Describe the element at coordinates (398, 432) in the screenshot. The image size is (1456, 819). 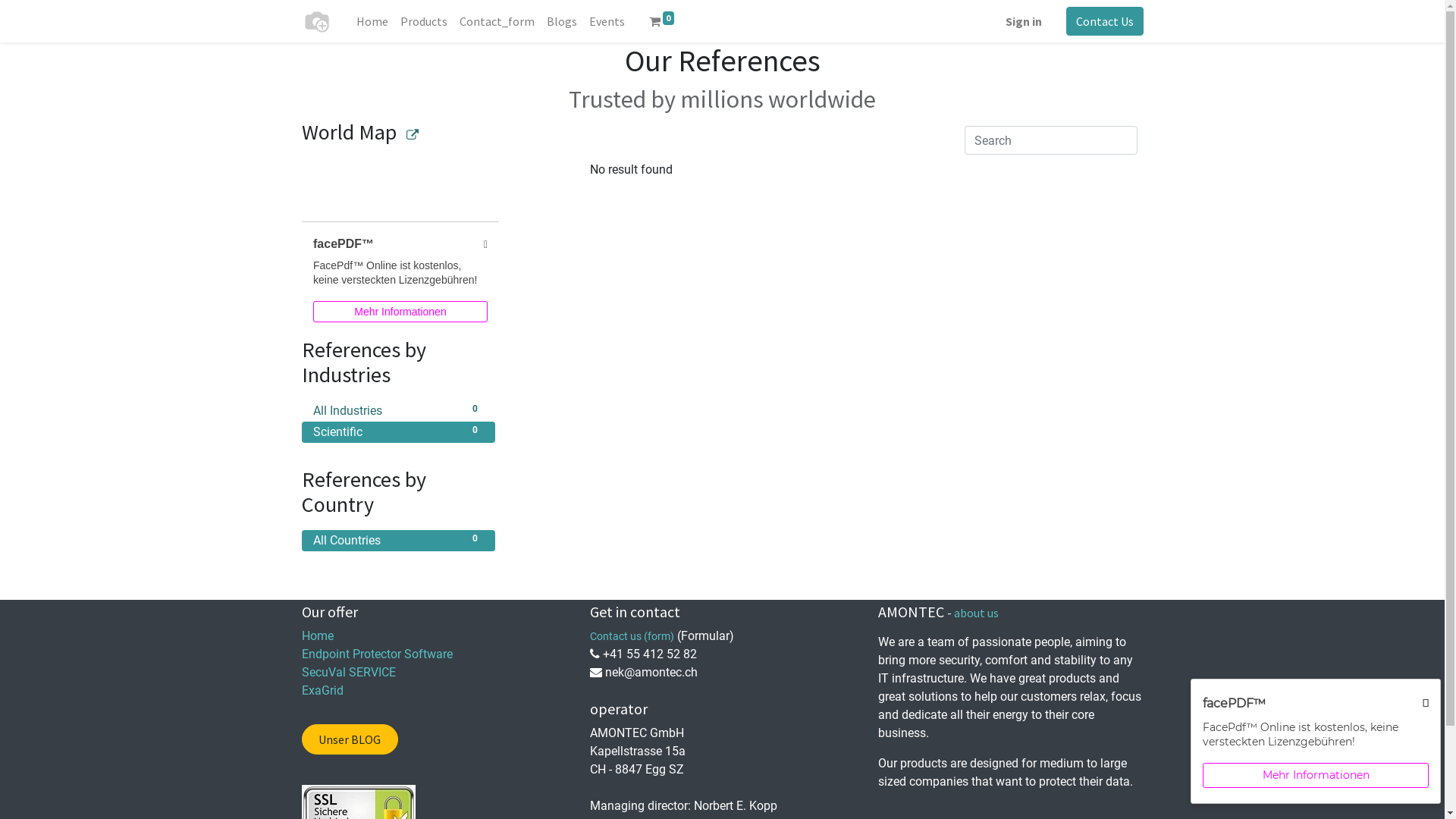
I see `'0` at that location.